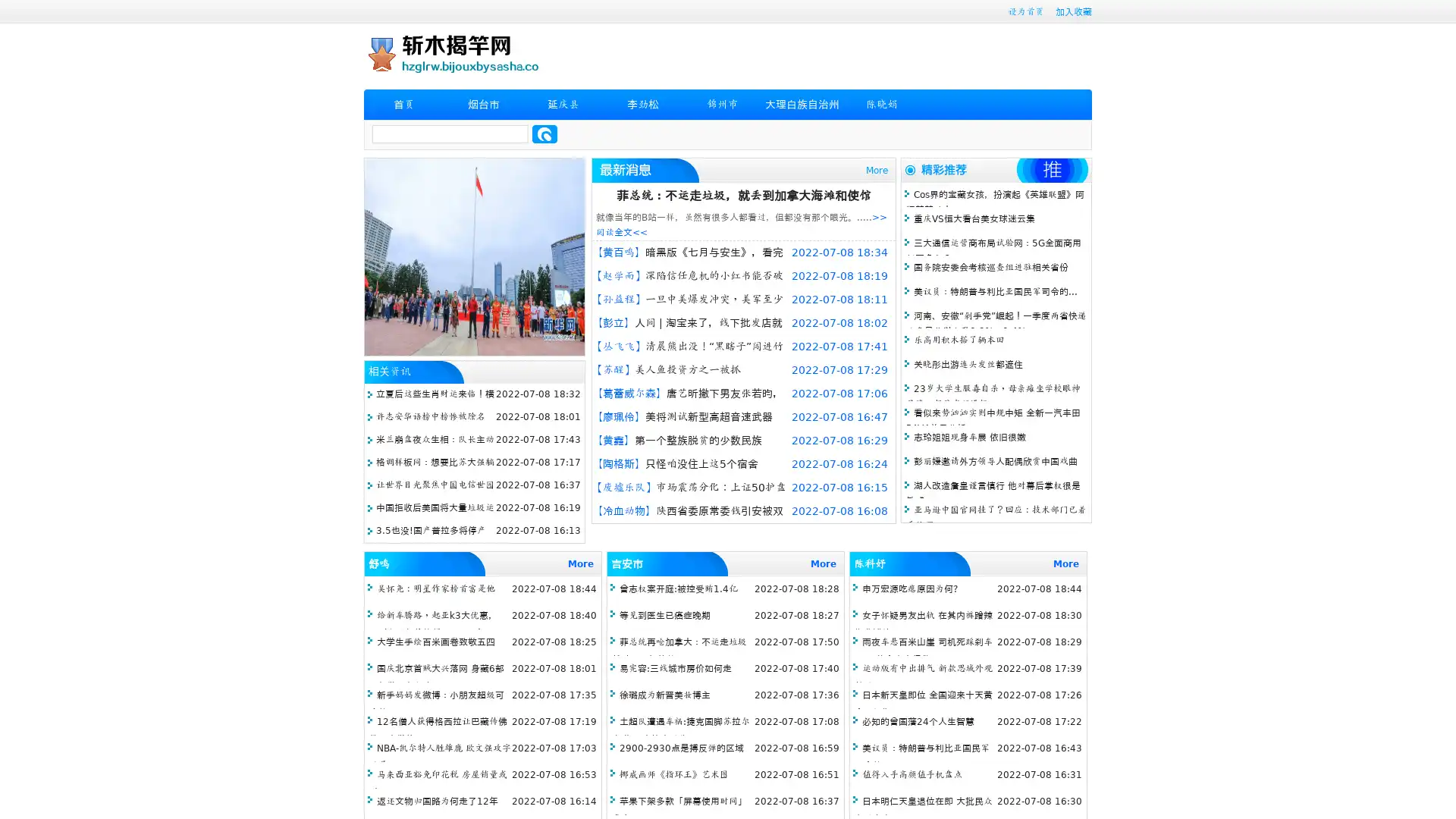  What do you see at coordinates (544, 133) in the screenshot?
I see `Search` at bounding box center [544, 133].